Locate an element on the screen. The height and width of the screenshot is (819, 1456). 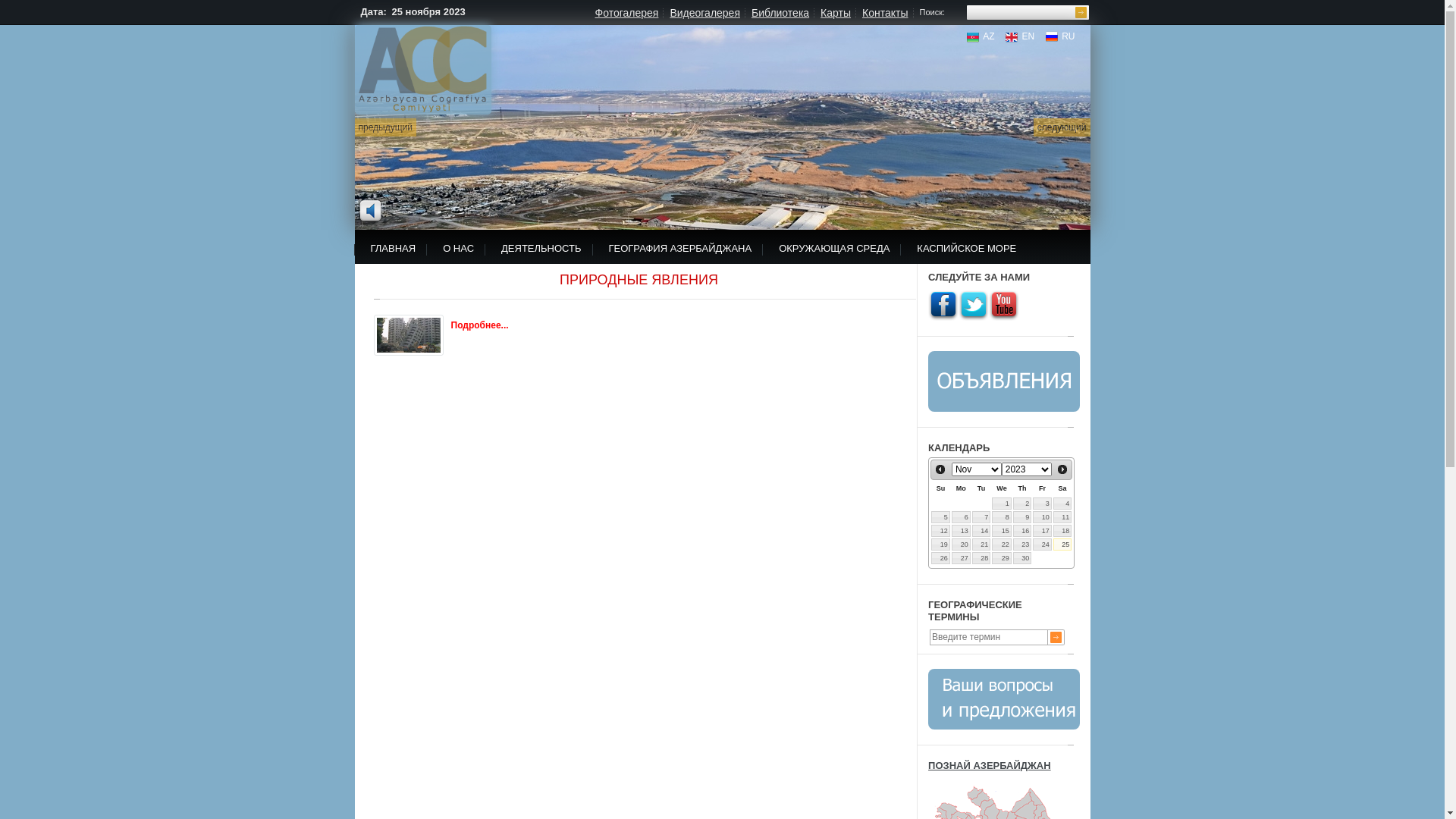
'11' is located at coordinates (1062, 516).